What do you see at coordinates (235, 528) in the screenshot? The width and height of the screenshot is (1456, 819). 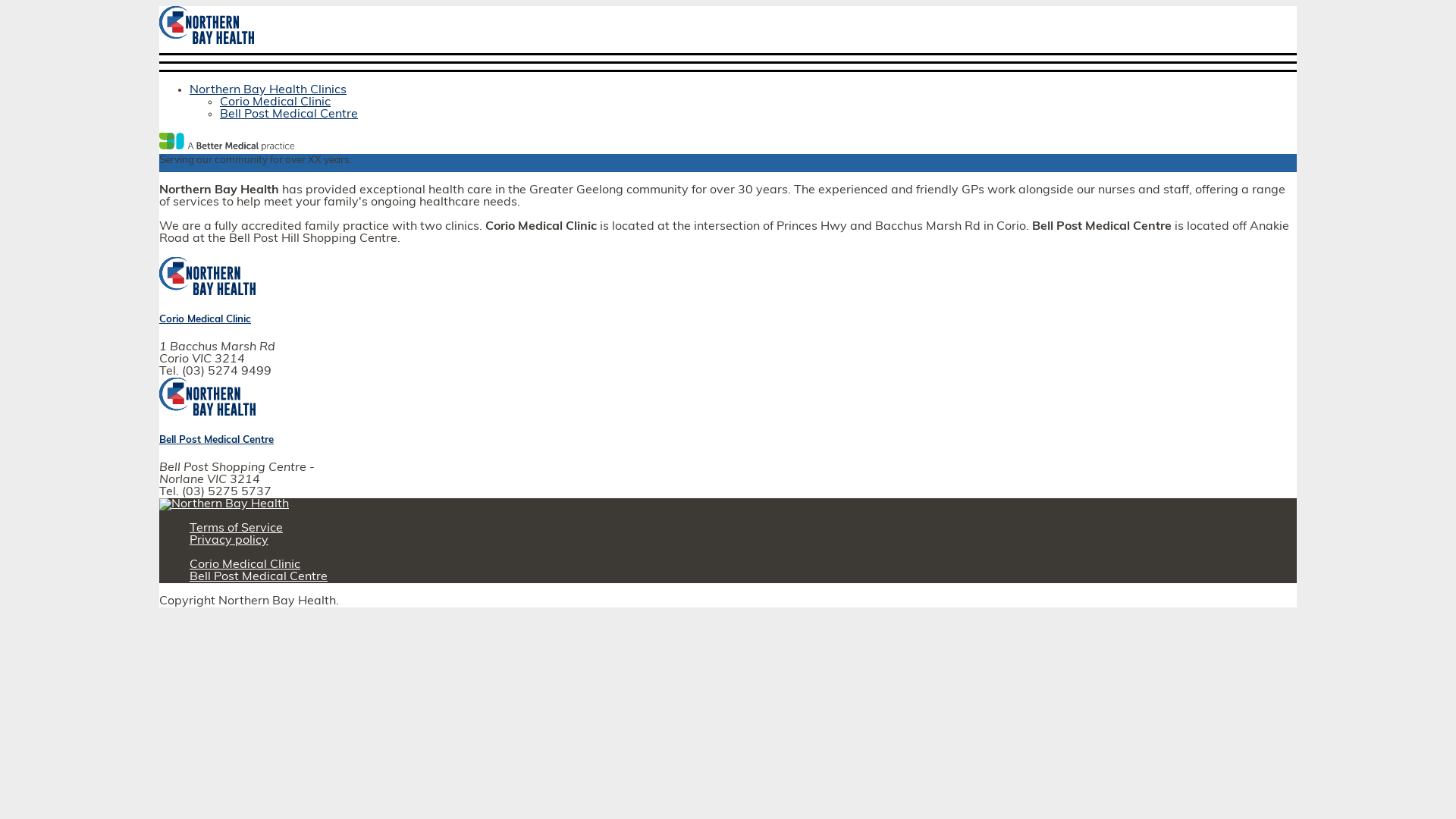 I see `'Terms of Service'` at bounding box center [235, 528].